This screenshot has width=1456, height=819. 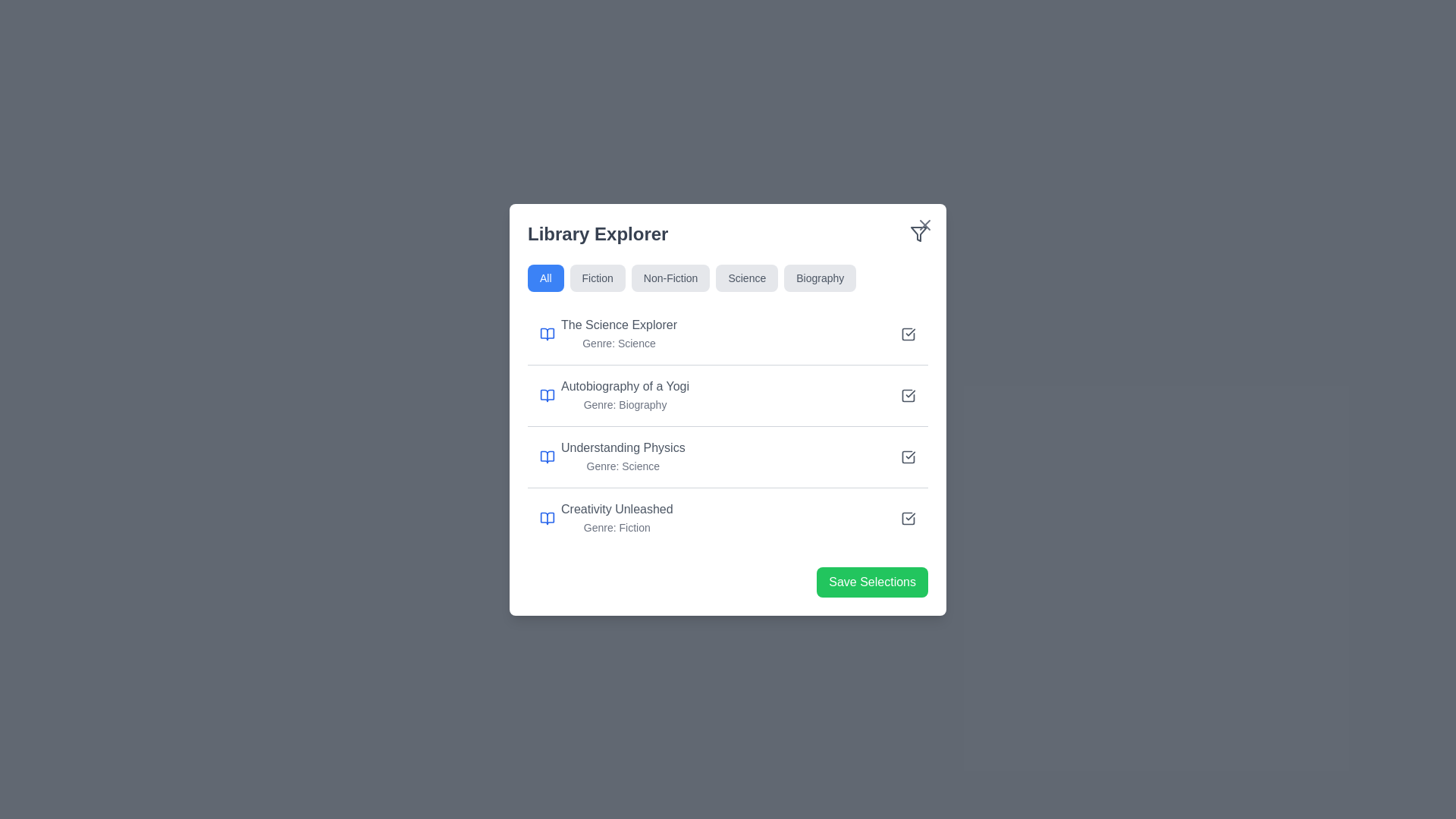 I want to click on displayed information from the first entry in the 'Library Explorer' section, which includes the title 'The Science Explorer' and the genre 'Genre: Science', so click(x=728, y=332).